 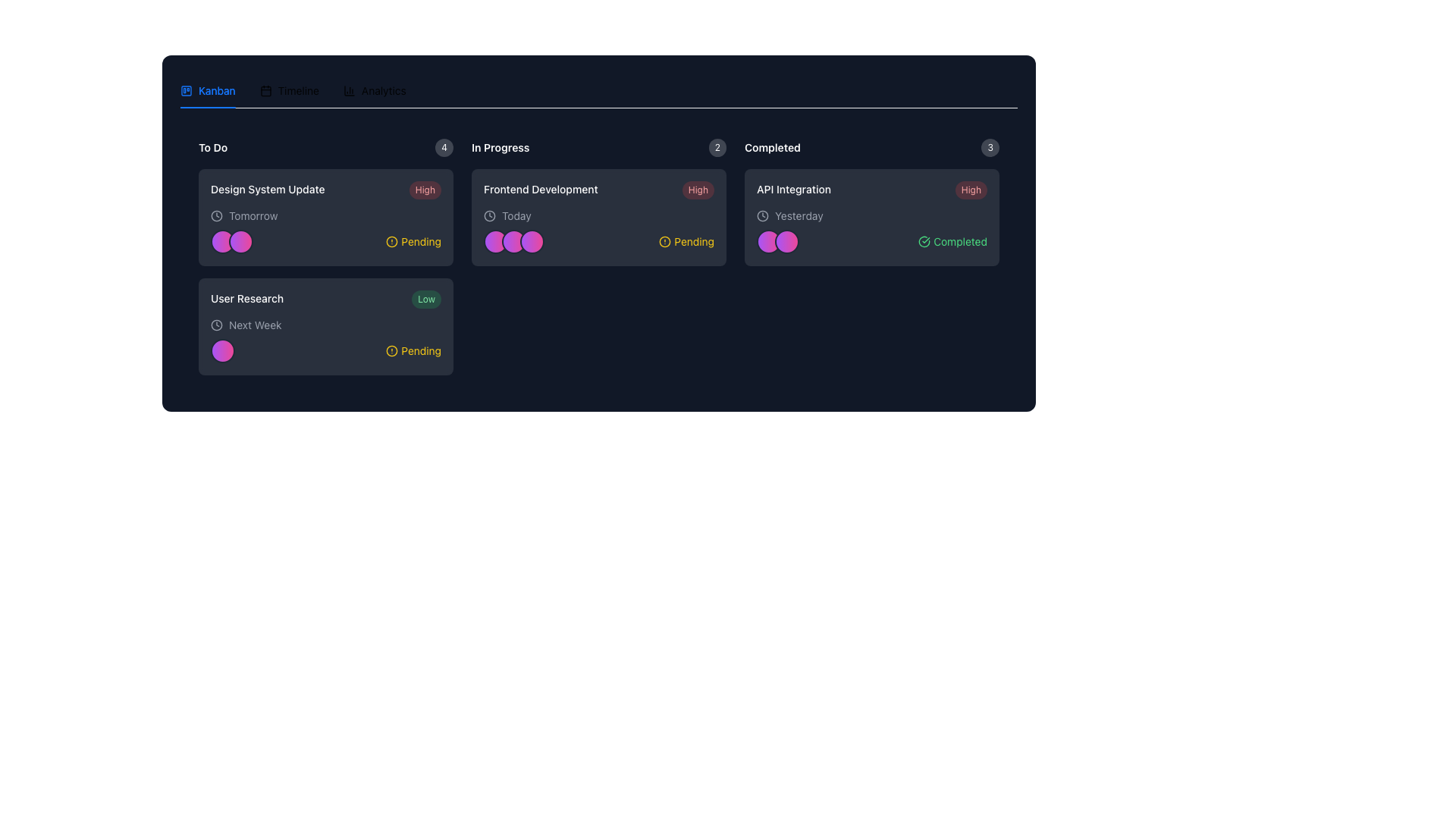 I want to click on the second navigation tab labeled 'Timeline', so click(x=289, y=90).